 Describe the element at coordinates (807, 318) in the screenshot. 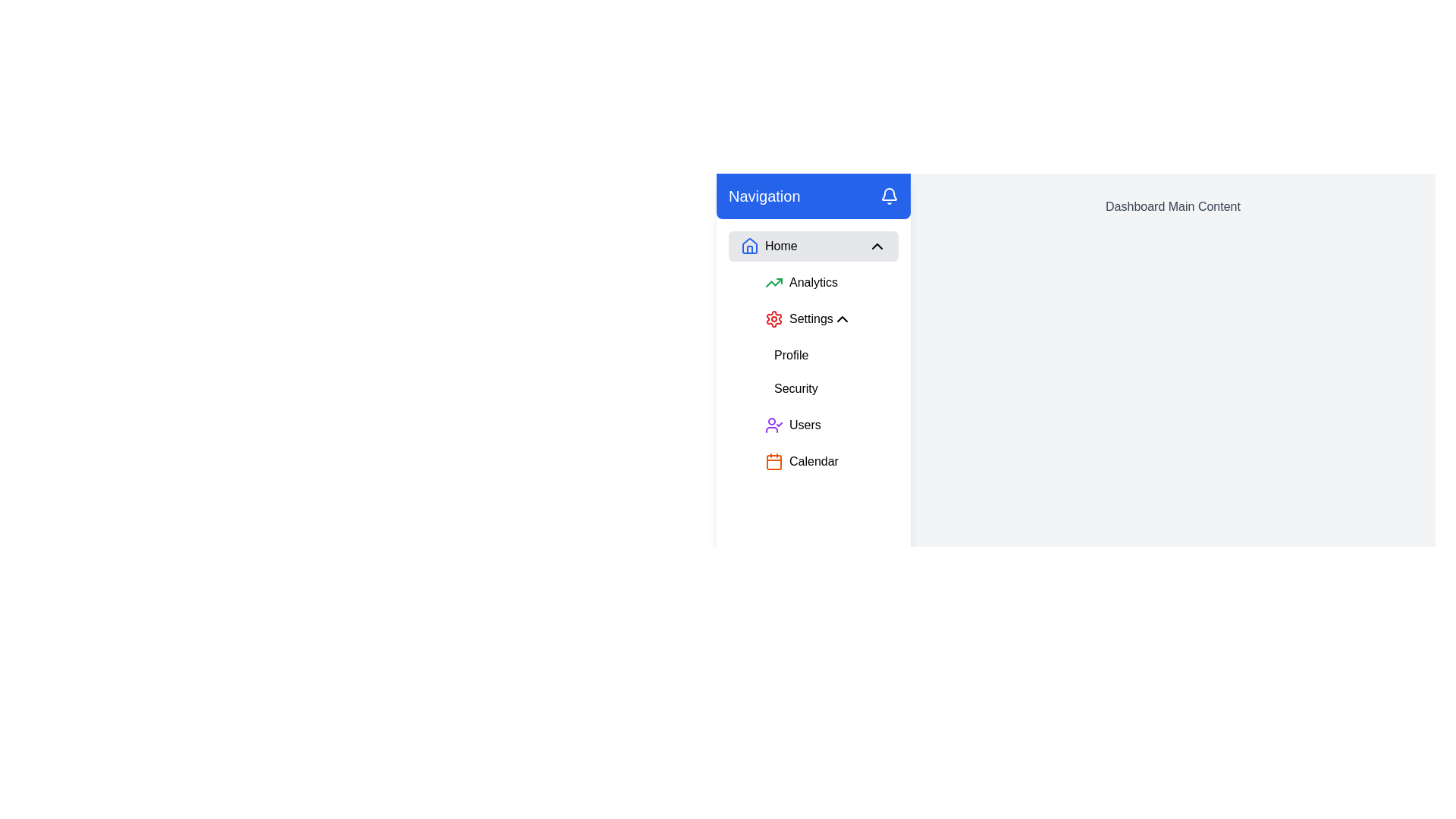

I see `the chevron icon of the second collapsible menu item under 'Navigation'` at that location.